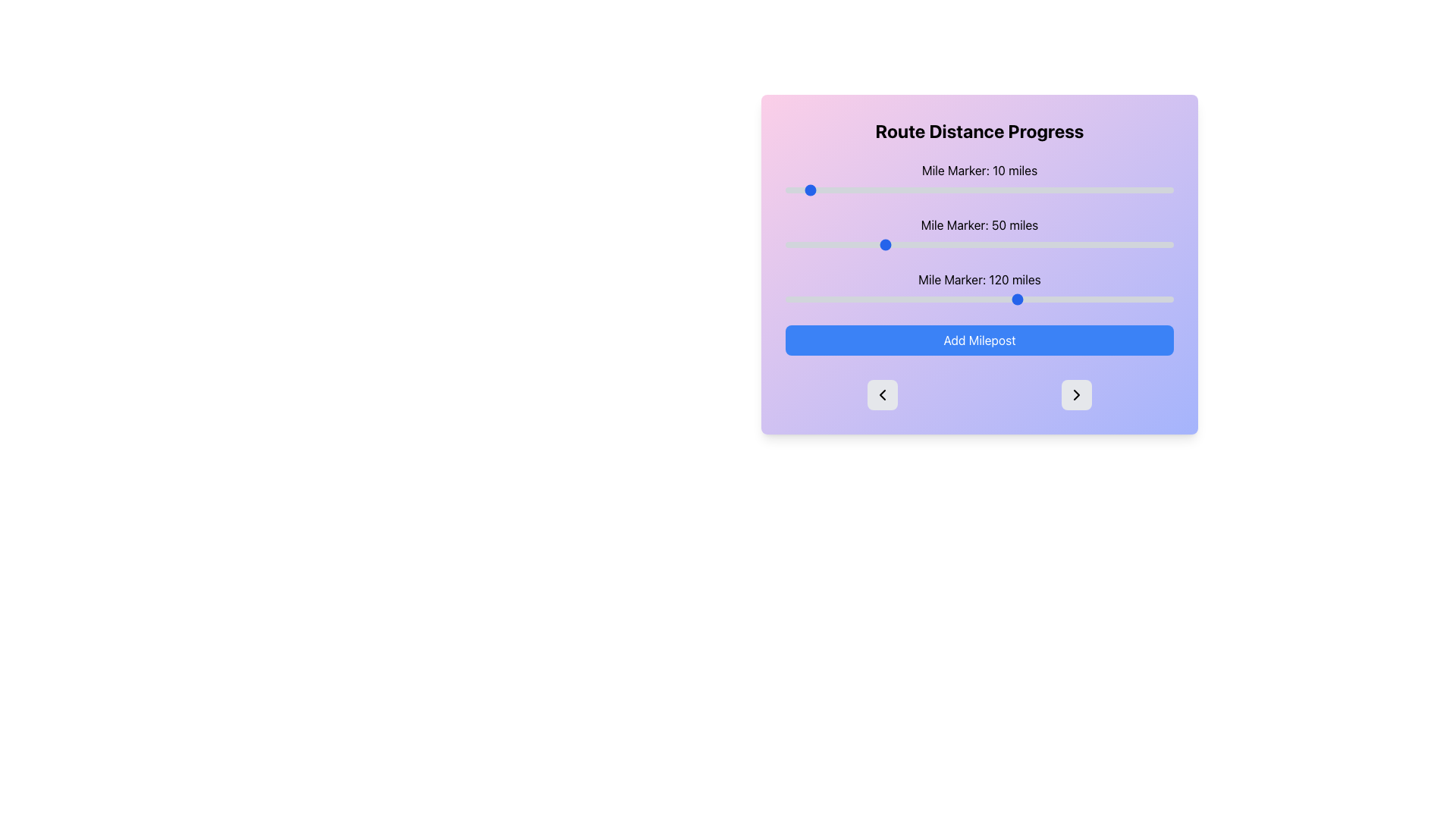  Describe the element at coordinates (835, 299) in the screenshot. I see `the mile marker` at that location.